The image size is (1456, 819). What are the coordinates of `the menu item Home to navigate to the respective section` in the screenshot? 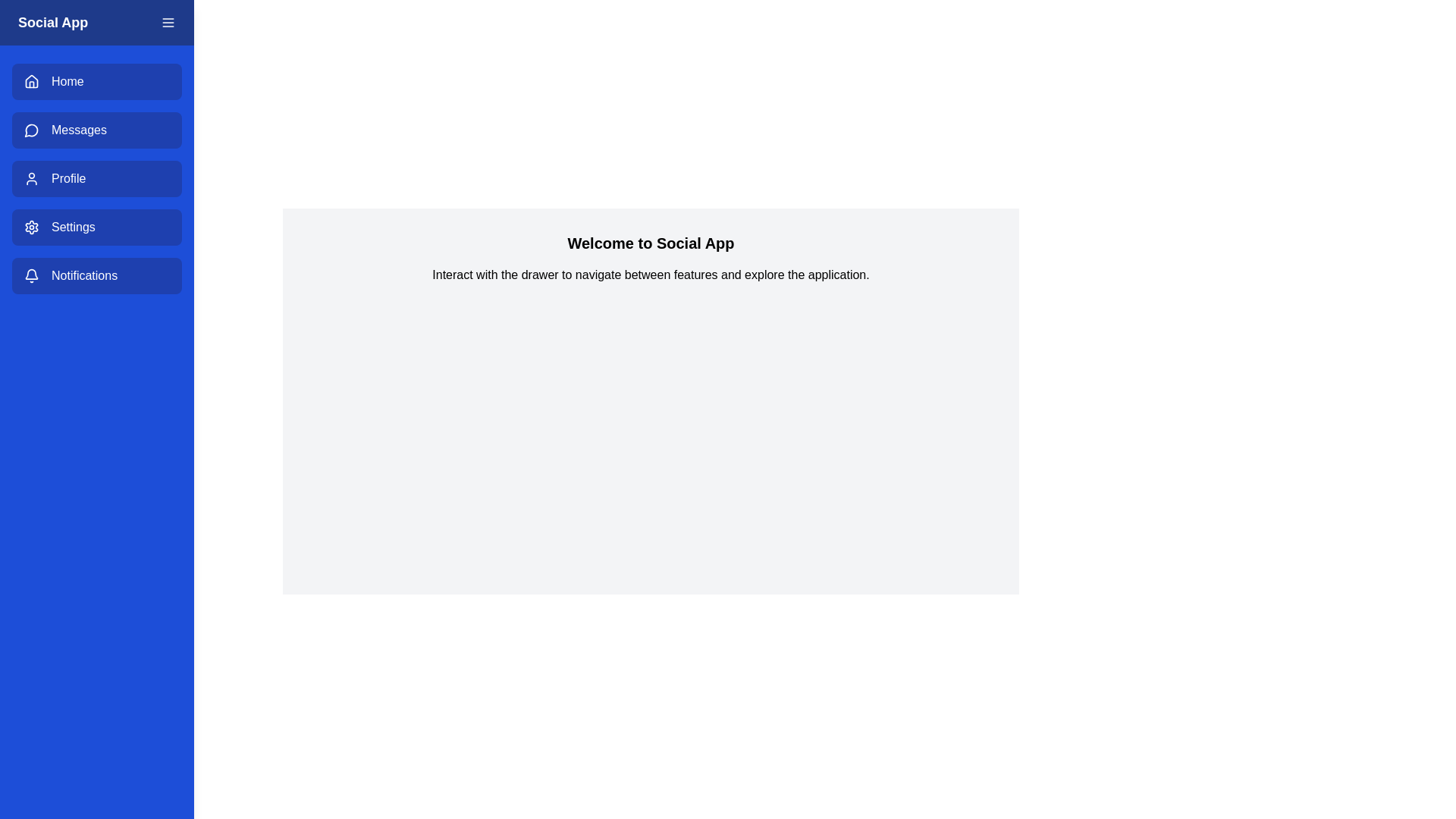 It's located at (96, 82).